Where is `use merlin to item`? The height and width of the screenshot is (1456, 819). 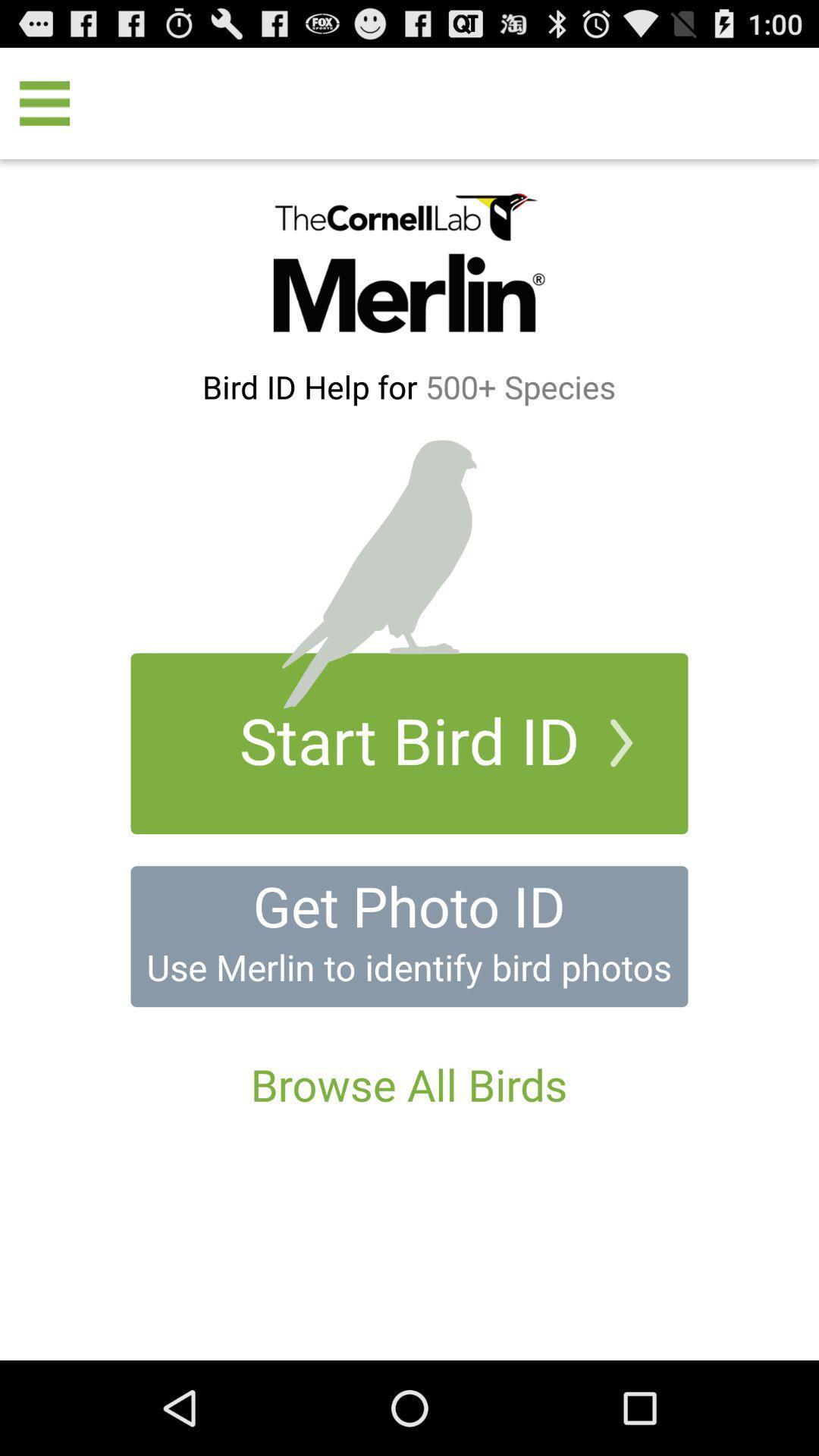 use merlin to item is located at coordinates (408, 966).